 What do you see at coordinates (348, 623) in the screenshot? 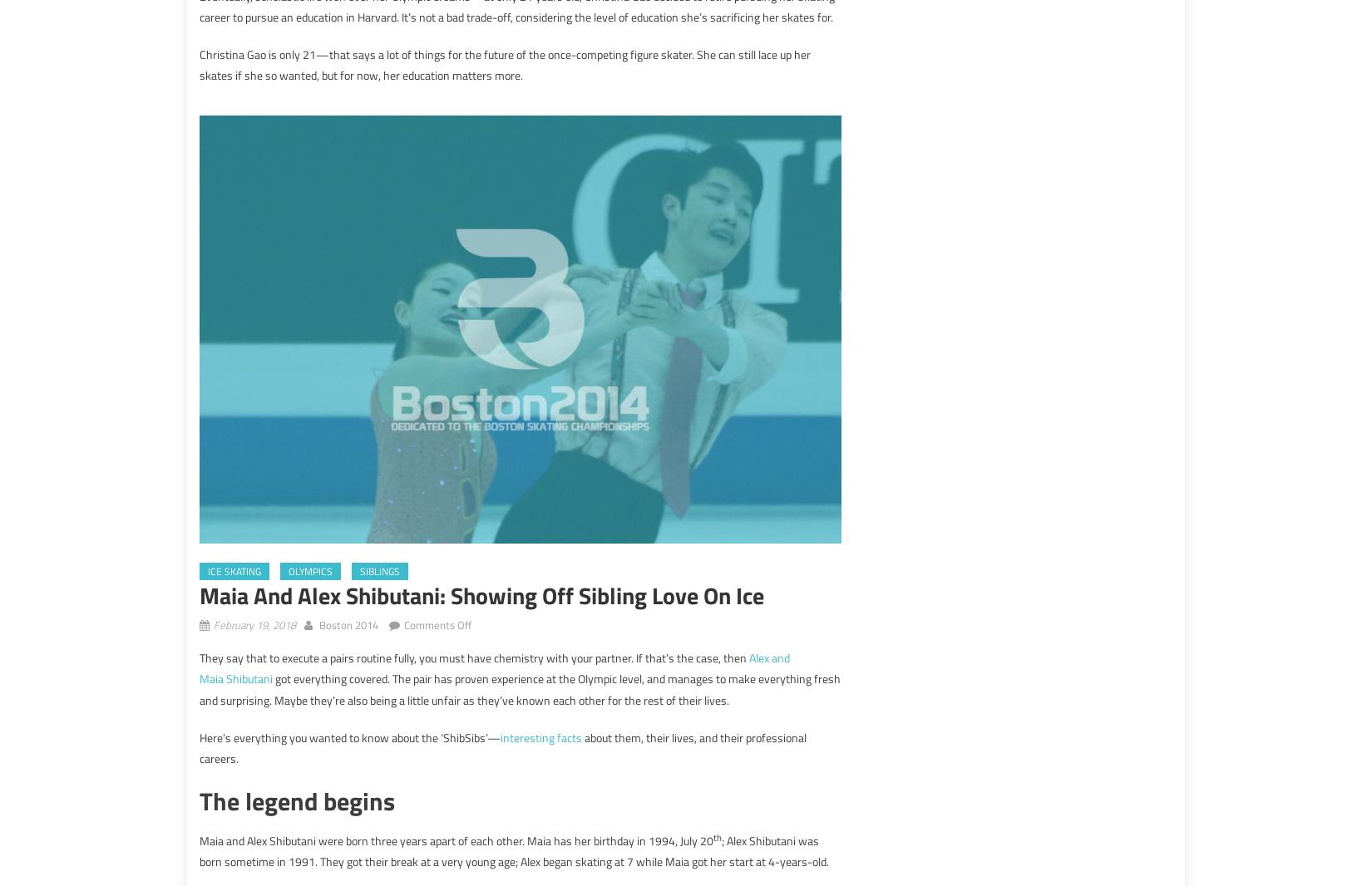
I see `'Boston 2014'` at bounding box center [348, 623].